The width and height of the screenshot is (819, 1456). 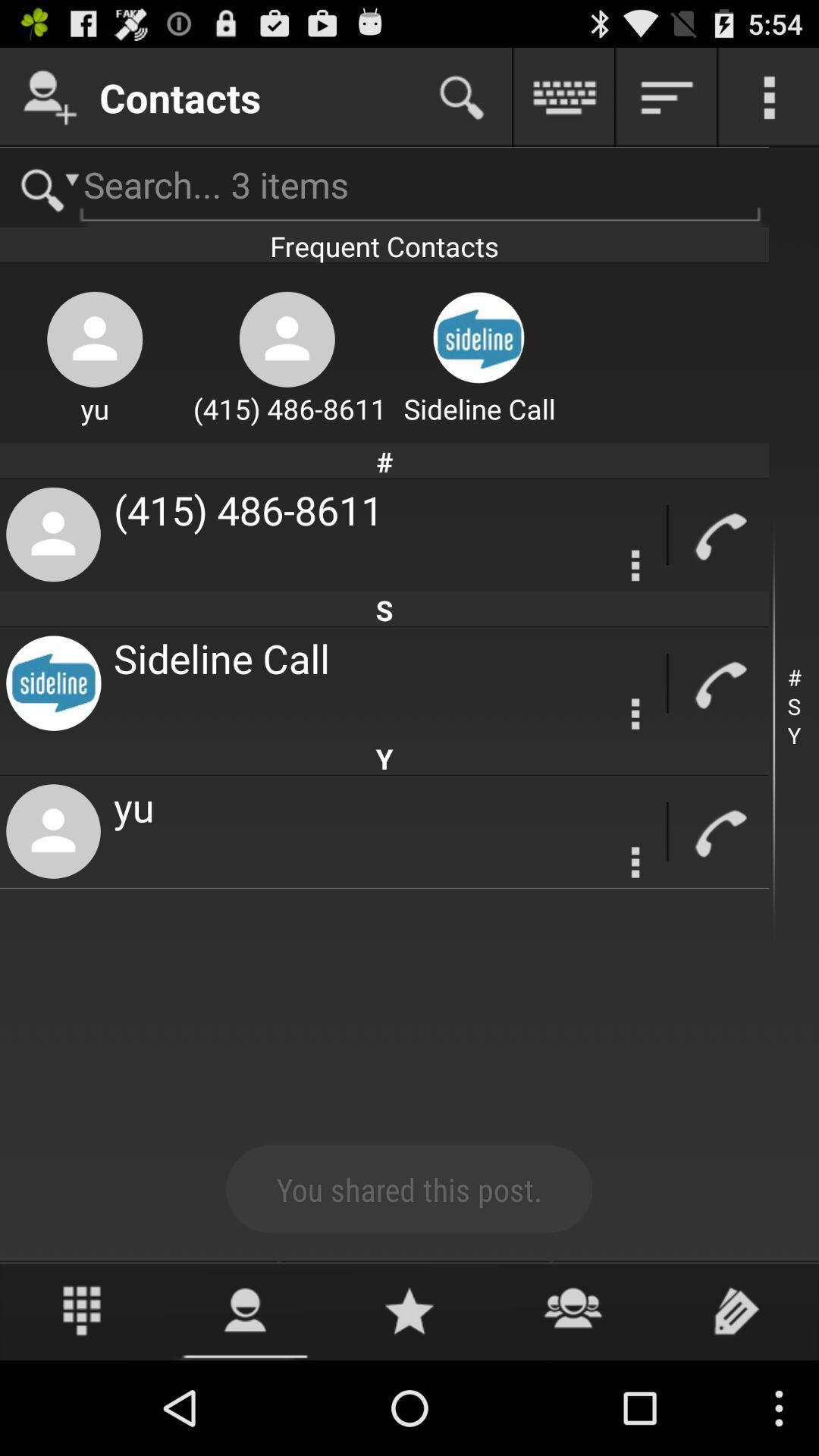 What do you see at coordinates (49, 103) in the screenshot?
I see `the follow icon` at bounding box center [49, 103].